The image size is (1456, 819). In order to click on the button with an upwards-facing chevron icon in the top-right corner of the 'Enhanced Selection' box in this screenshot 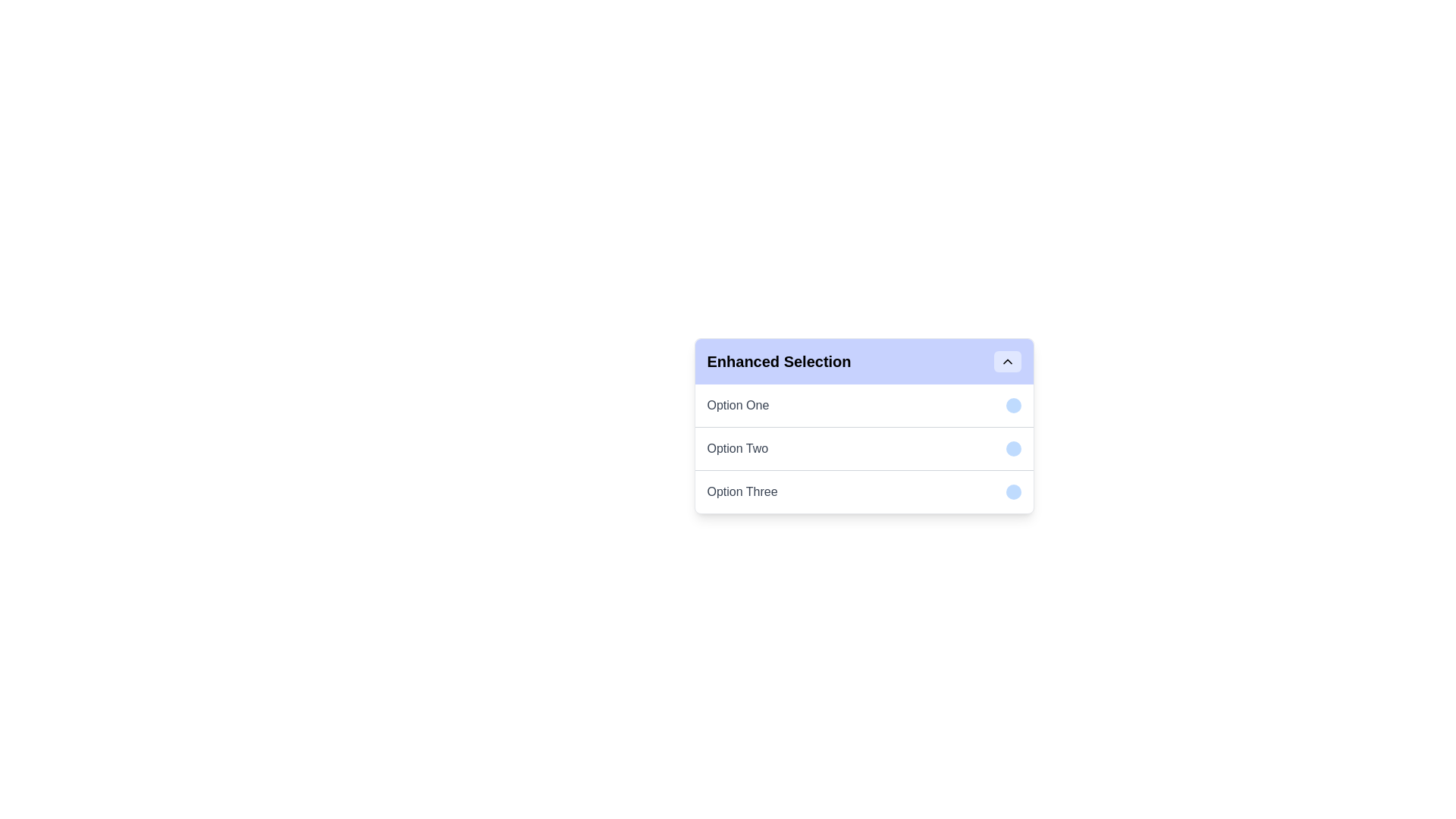, I will do `click(1007, 362)`.